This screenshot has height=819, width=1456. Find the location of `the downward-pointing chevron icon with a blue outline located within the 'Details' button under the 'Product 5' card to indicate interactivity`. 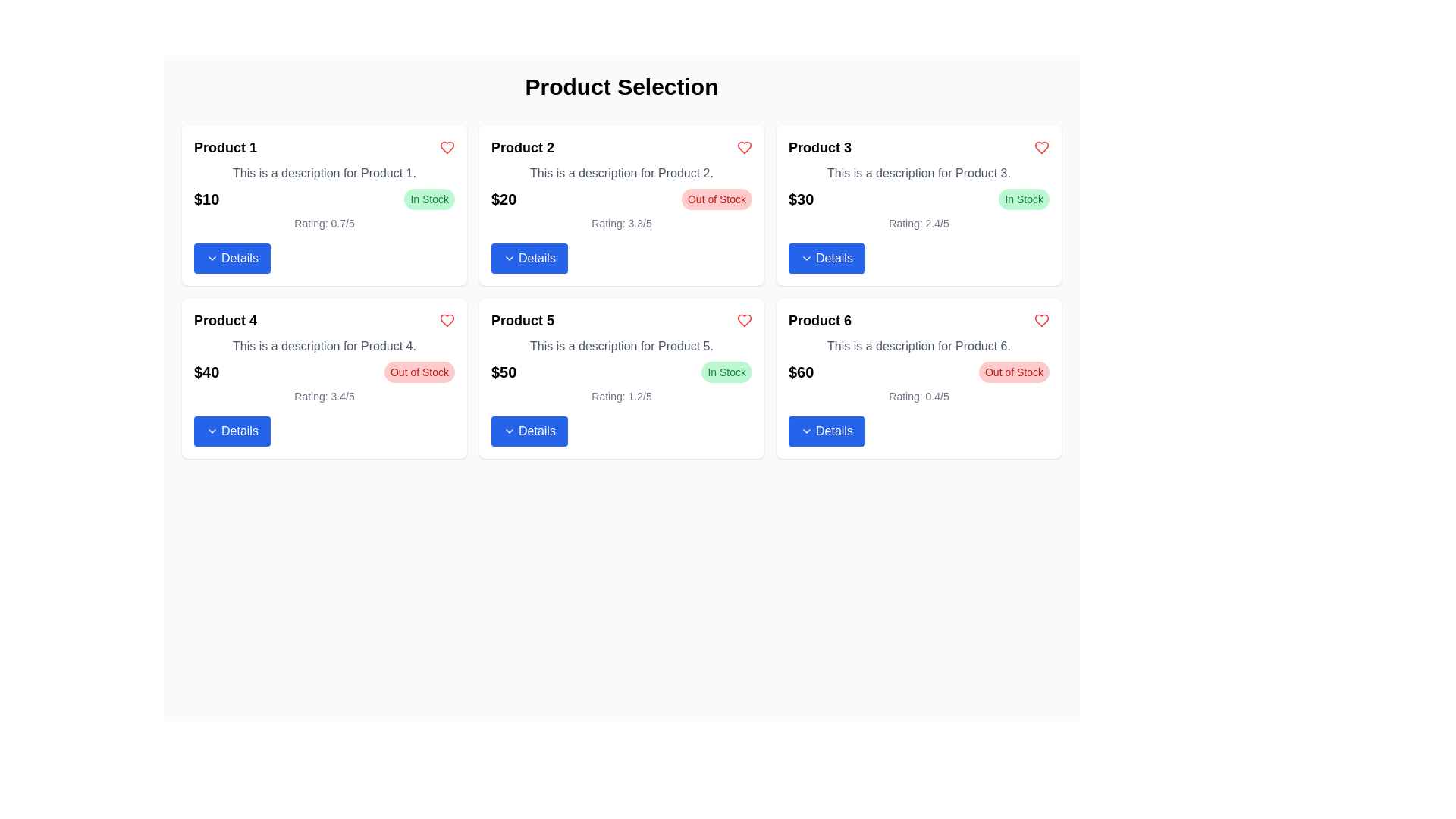

the downward-pointing chevron icon with a blue outline located within the 'Details' button under the 'Product 5' card to indicate interactivity is located at coordinates (510, 431).